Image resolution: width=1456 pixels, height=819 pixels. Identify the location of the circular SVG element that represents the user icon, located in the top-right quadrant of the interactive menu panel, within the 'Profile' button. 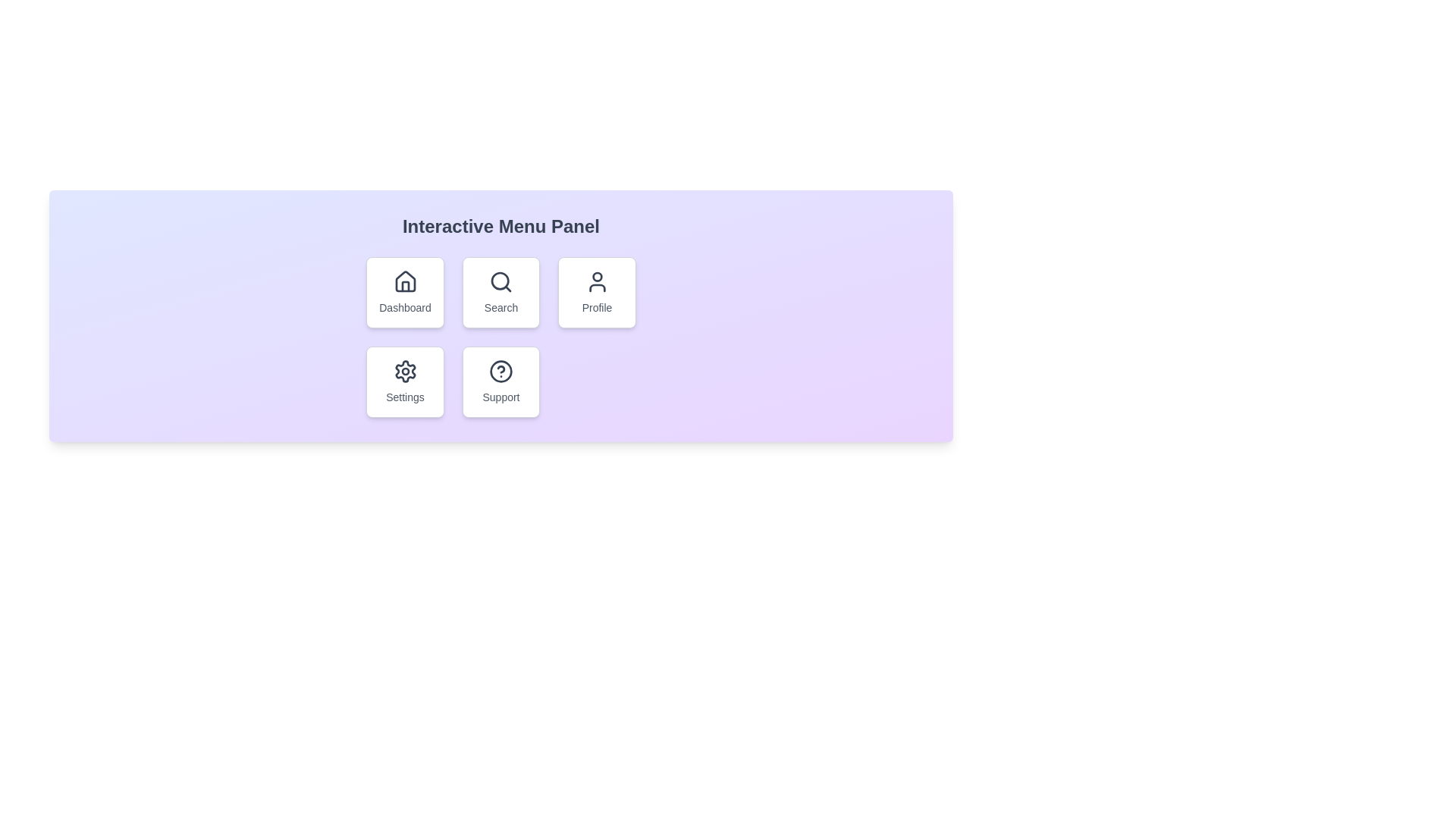
(596, 277).